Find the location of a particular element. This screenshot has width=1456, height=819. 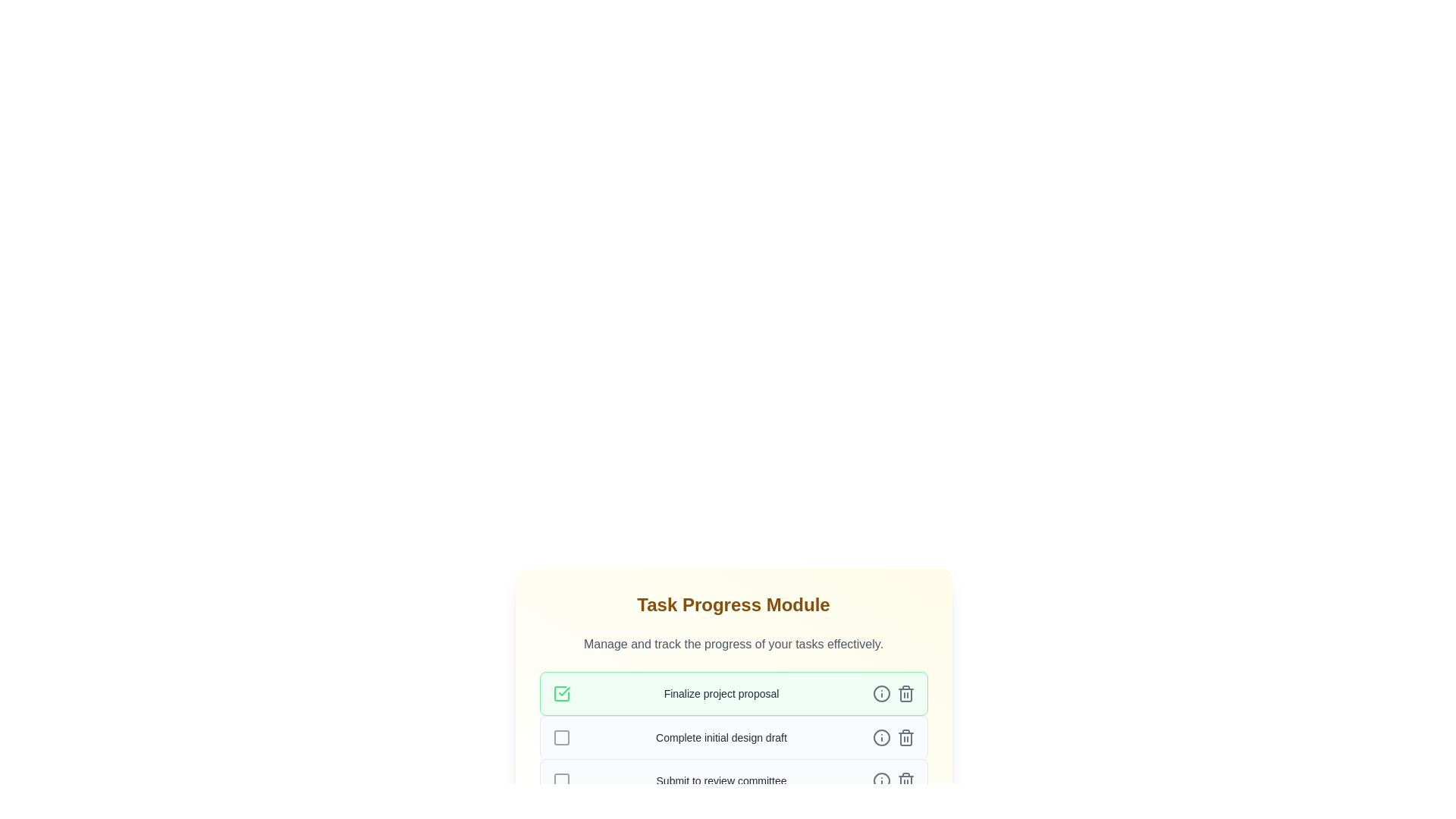

the first list item is located at coordinates (733, 693).